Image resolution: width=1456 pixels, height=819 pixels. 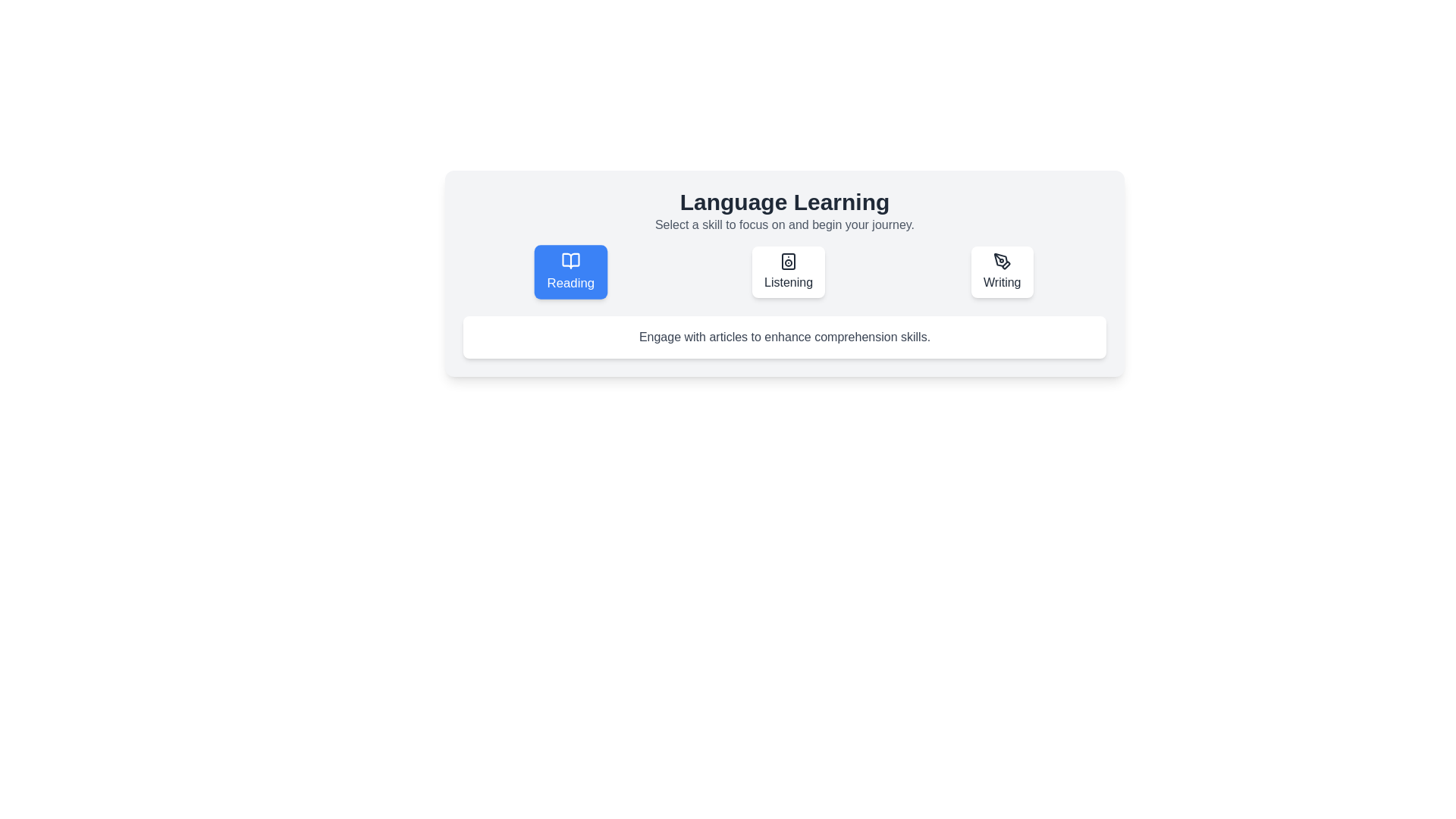 I want to click on the square button with rounded corners that has a dark gray pen icon and the text 'Writing', so click(x=1002, y=271).